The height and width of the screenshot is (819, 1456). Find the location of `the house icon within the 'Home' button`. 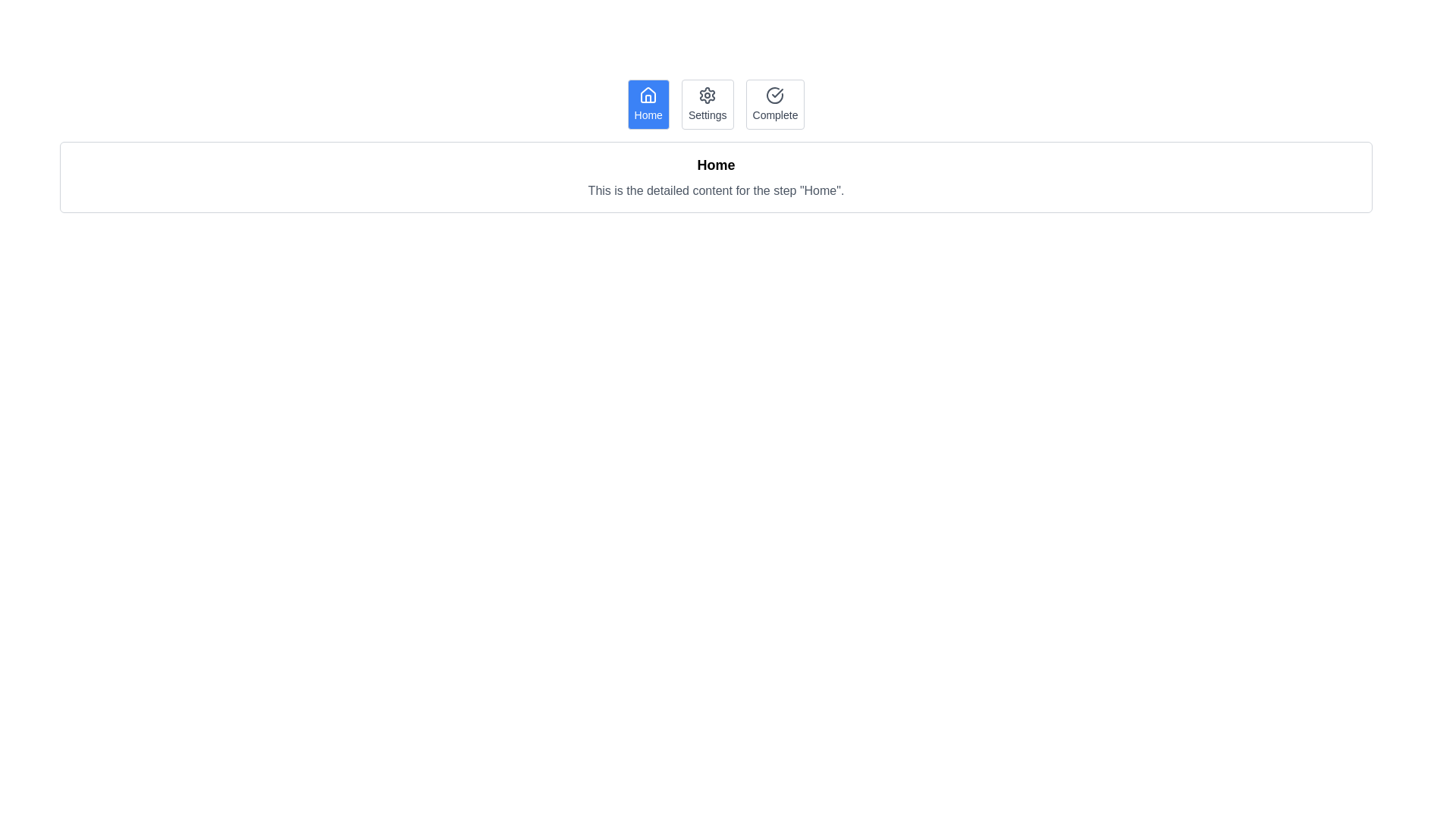

the house icon within the 'Home' button is located at coordinates (648, 96).